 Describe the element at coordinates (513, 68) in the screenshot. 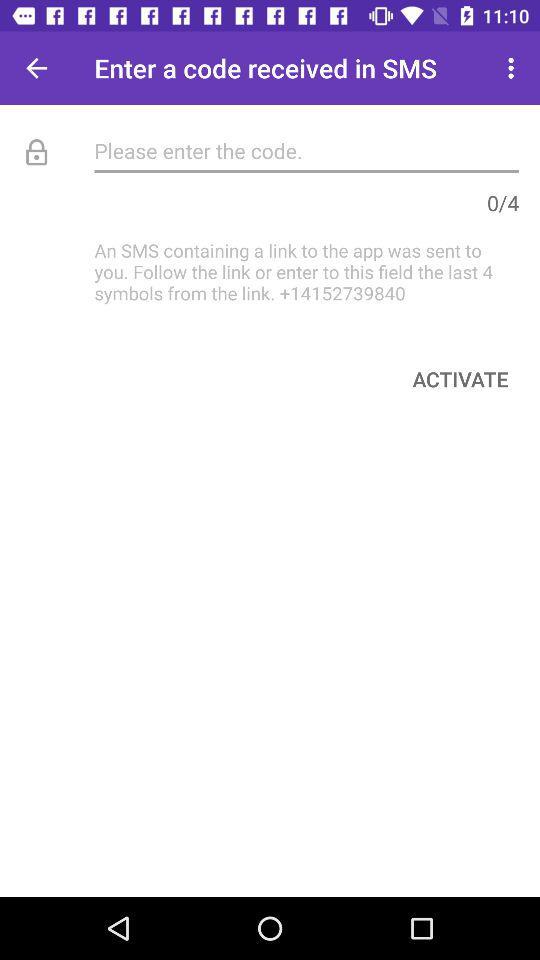

I see `item next to enter a code item` at that location.